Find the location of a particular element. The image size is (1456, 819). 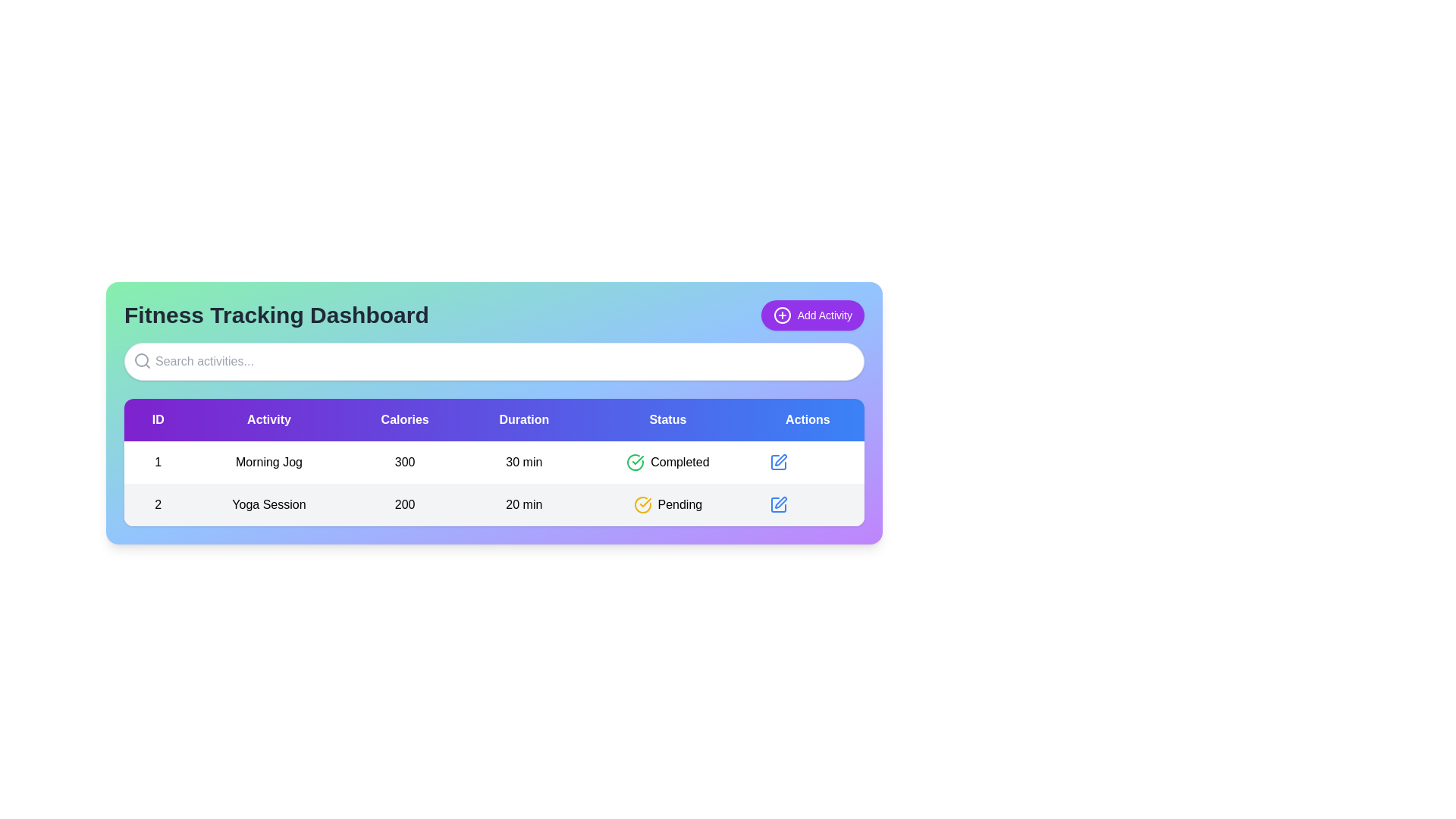

the text display showing the calorie count for 'Yoga Session' in the third column of the second row of the table, which is located below the 'Calories' header is located at coordinates (405, 505).